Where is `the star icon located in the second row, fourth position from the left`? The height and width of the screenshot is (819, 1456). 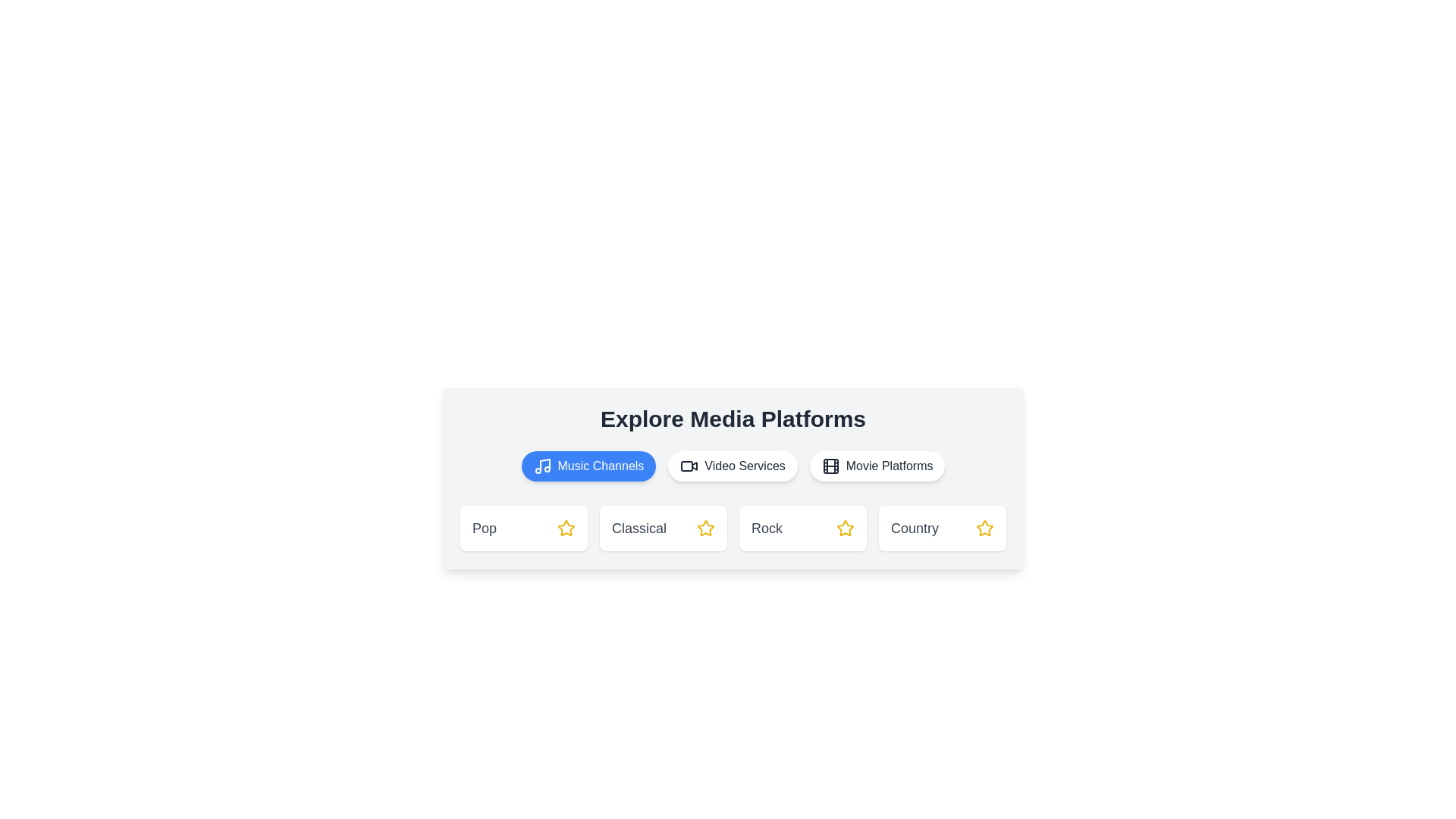
the star icon located in the second row, fourth position from the left is located at coordinates (984, 526).